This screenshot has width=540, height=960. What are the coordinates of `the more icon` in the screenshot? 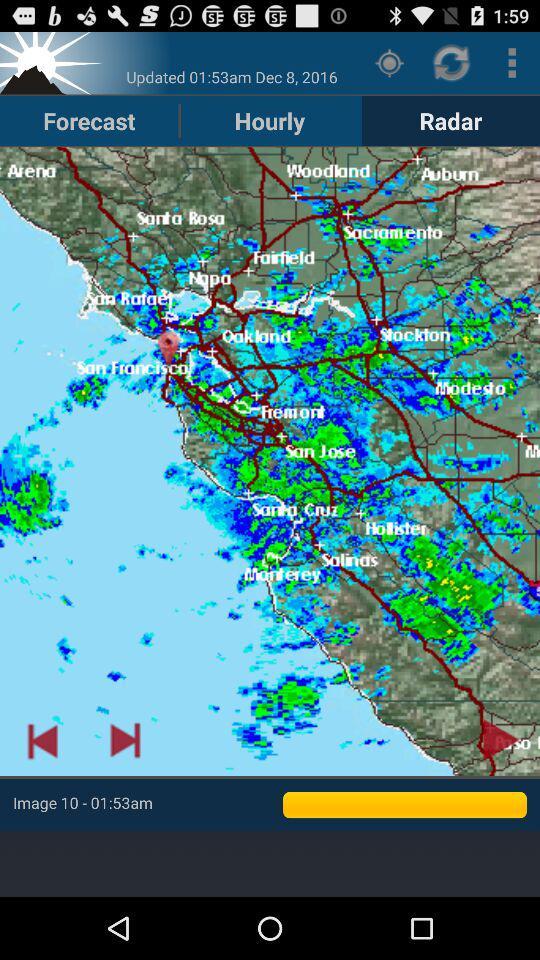 It's located at (512, 67).